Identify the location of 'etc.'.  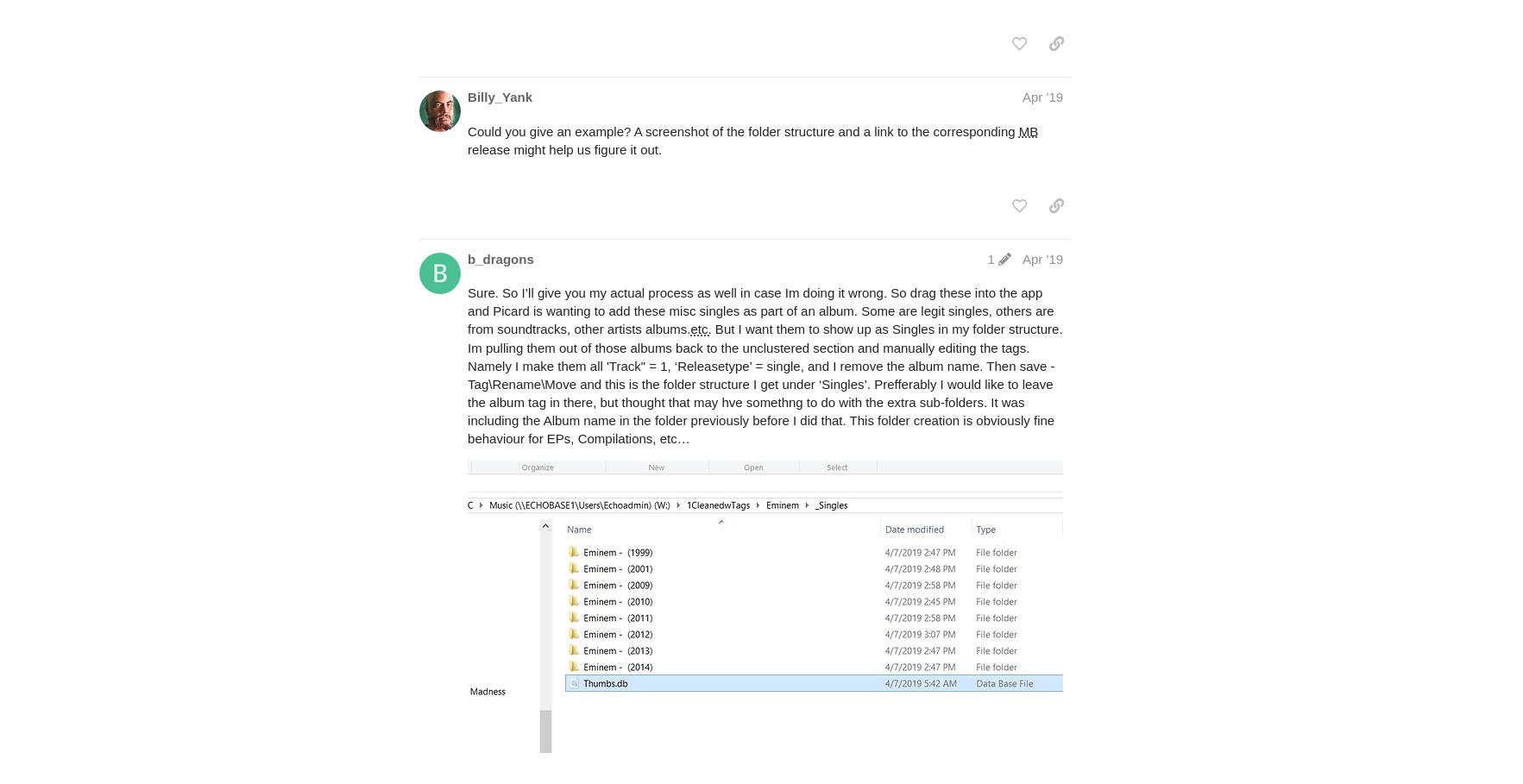
(700, 328).